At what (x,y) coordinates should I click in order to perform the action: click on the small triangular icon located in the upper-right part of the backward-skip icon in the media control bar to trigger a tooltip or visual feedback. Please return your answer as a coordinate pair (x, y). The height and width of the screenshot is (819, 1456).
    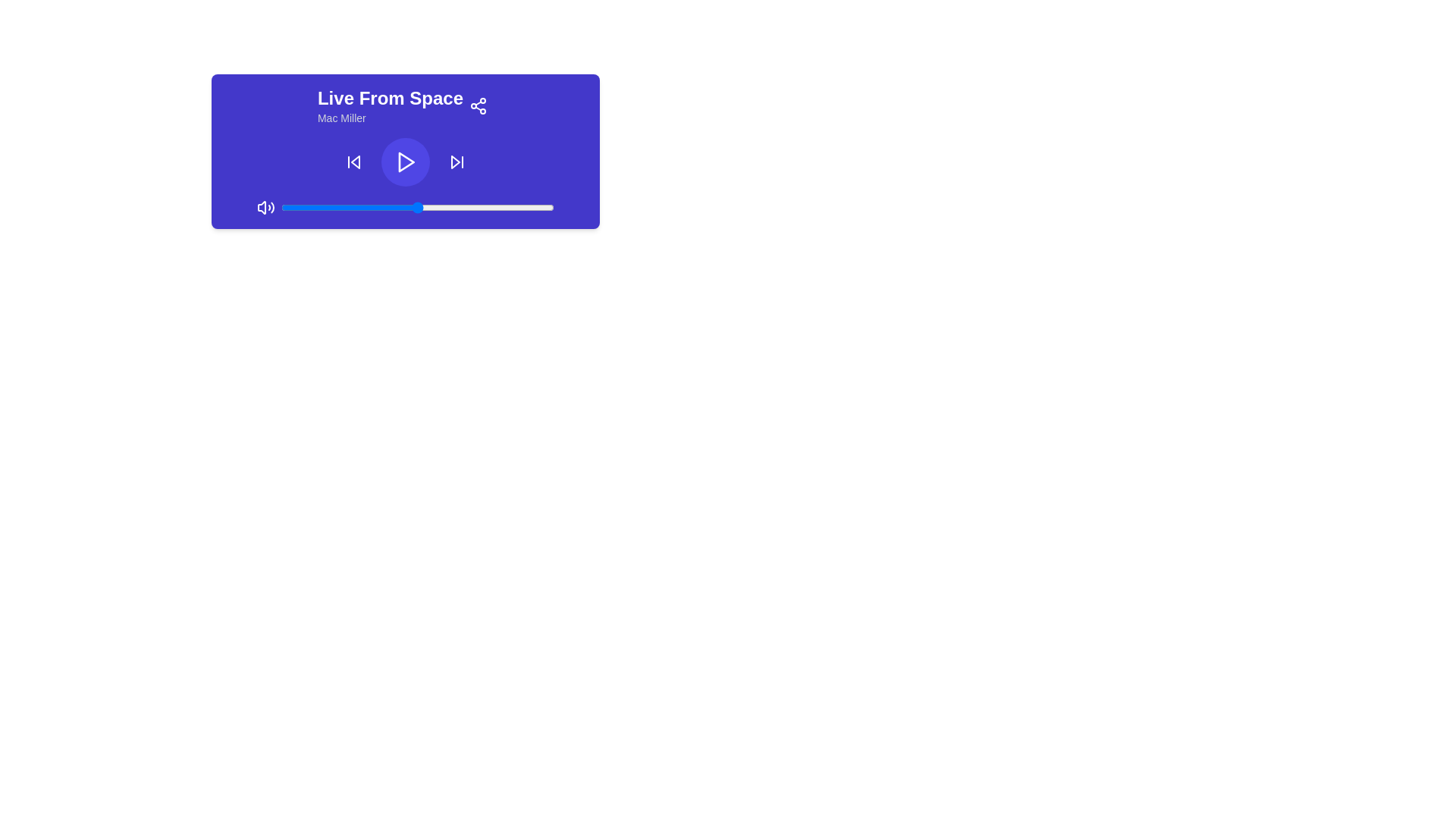
    Looking at the image, I should click on (355, 162).